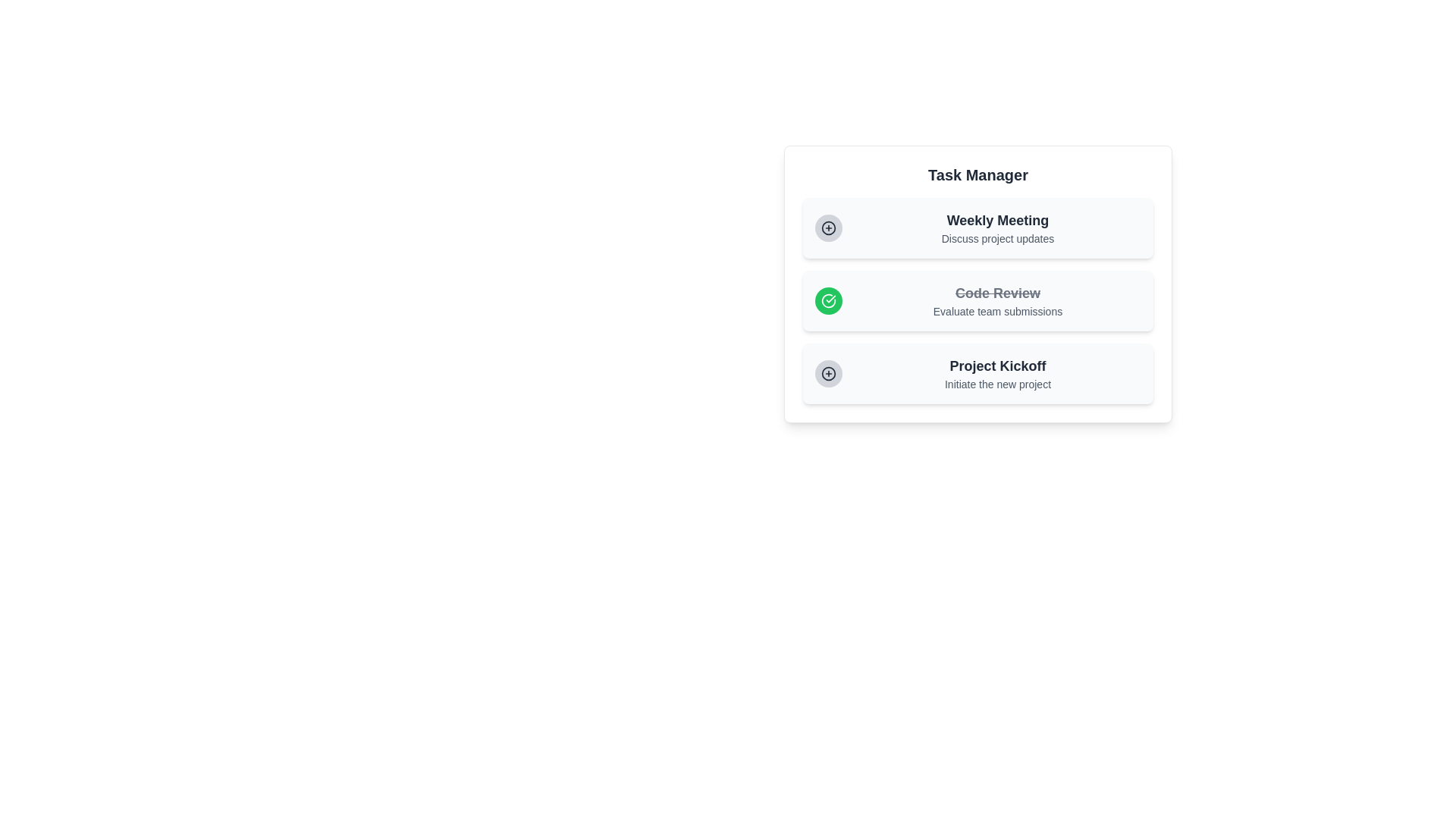  What do you see at coordinates (978, 301) in the screenshot?
I see `the 'Code Review' completed task item in the task manager` at bounding box center [978, 301].